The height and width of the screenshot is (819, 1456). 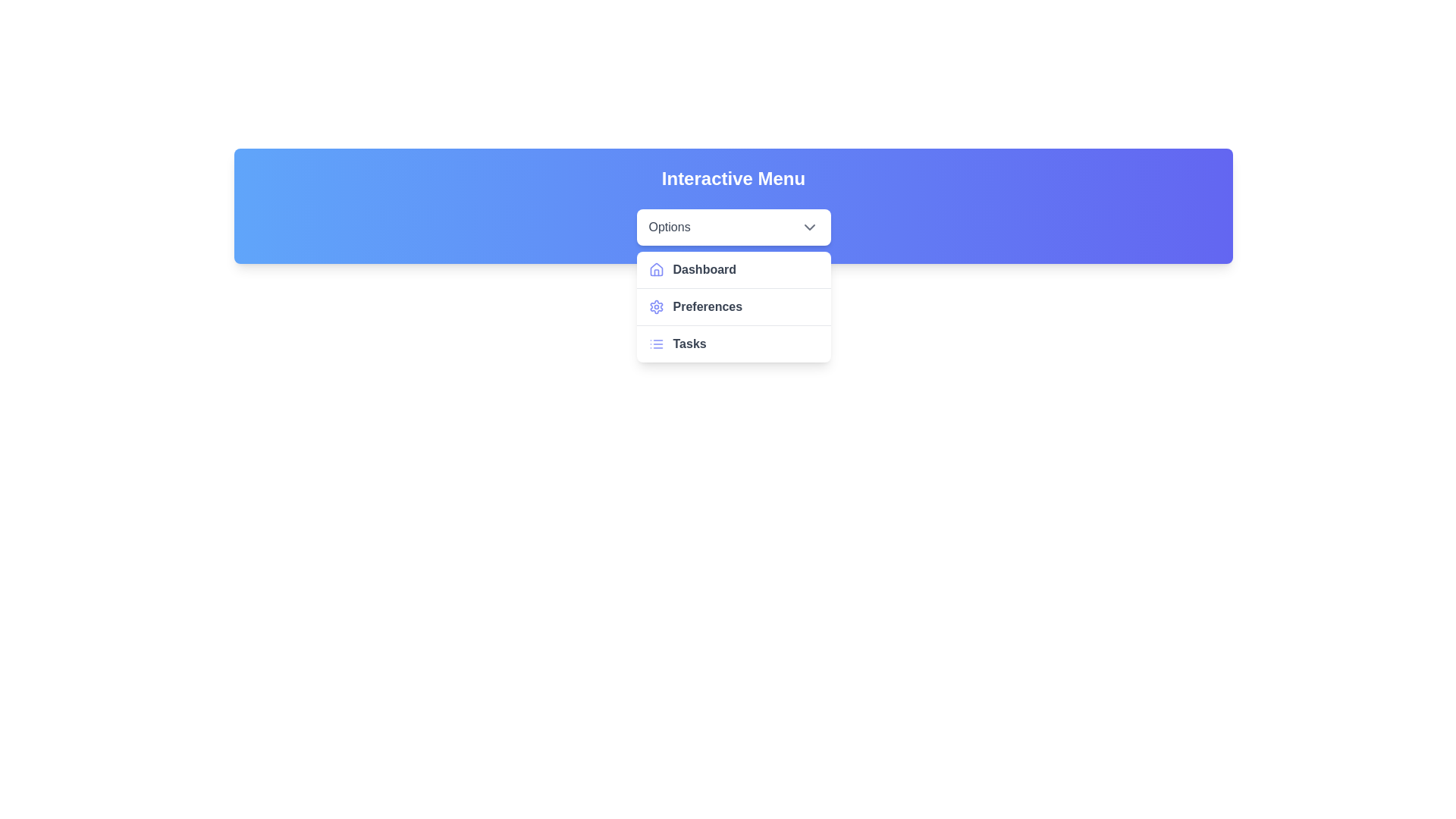 What do you see at coordinates (656, 307) in the screenshot?
I see `the settings icon located at the top bar of the interface` at bounding box center [656, 307].